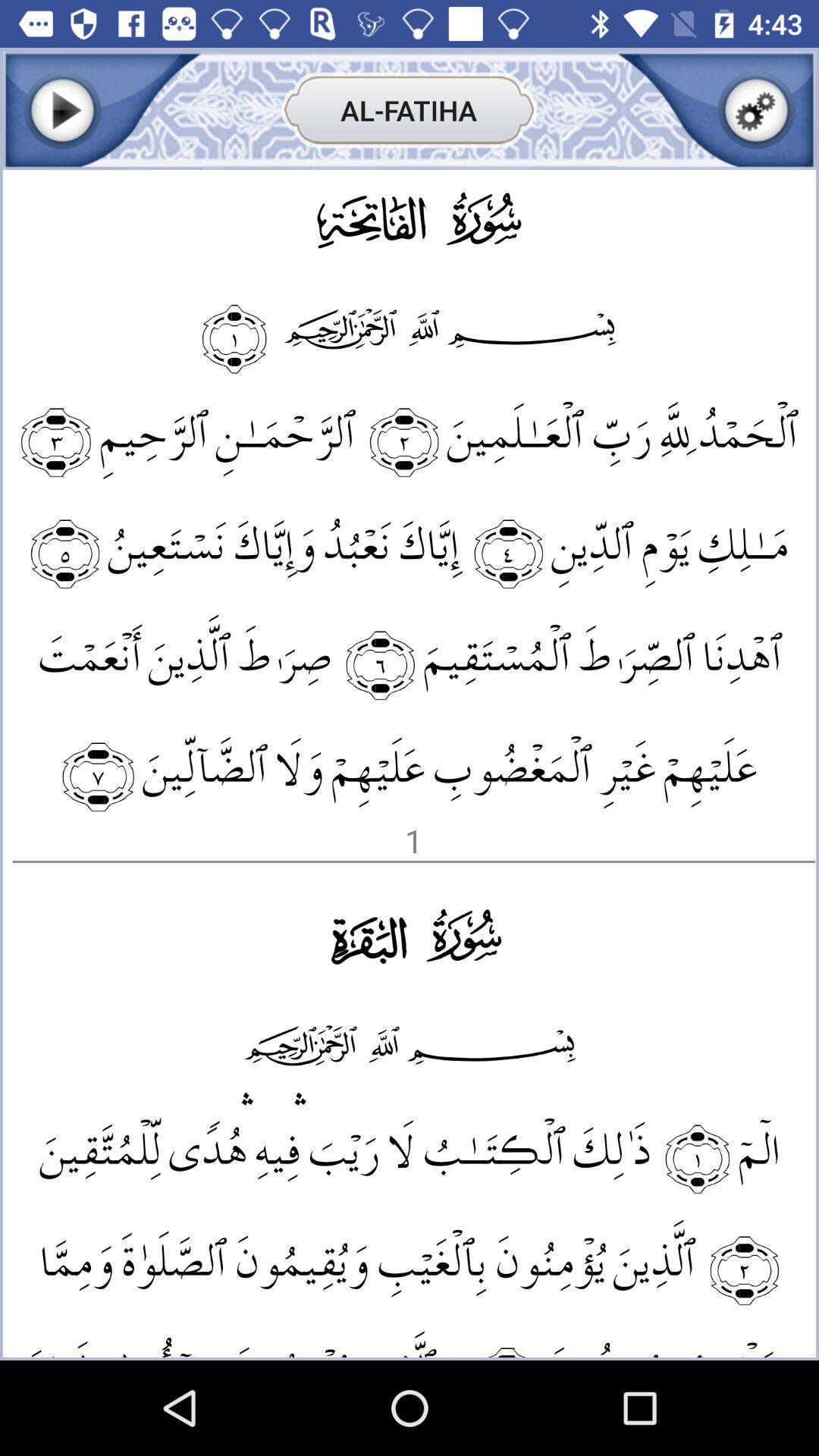 The width and height of the screenshot is (819, 1456). I want to click on the play icon, so click(61, 109).